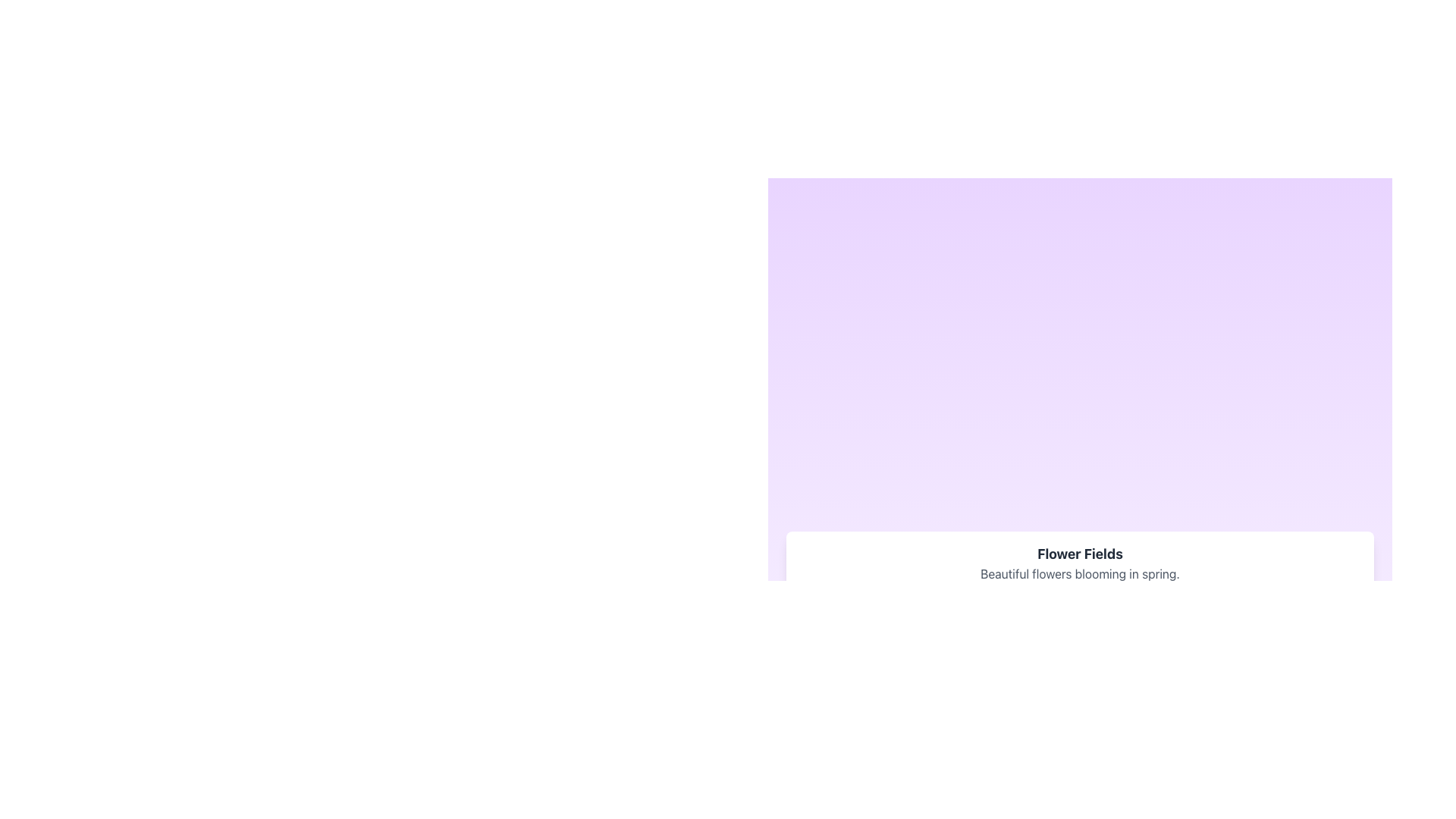 The width and height of the screenshot is (1456, 819). Describe the element at coordinates (1079, 554) in the screenshot. I see `the text label displaying 'Flower Fields', which is styled with bold, centered alignment in a large dark grey font at the top center of the descriptive card` at that location.